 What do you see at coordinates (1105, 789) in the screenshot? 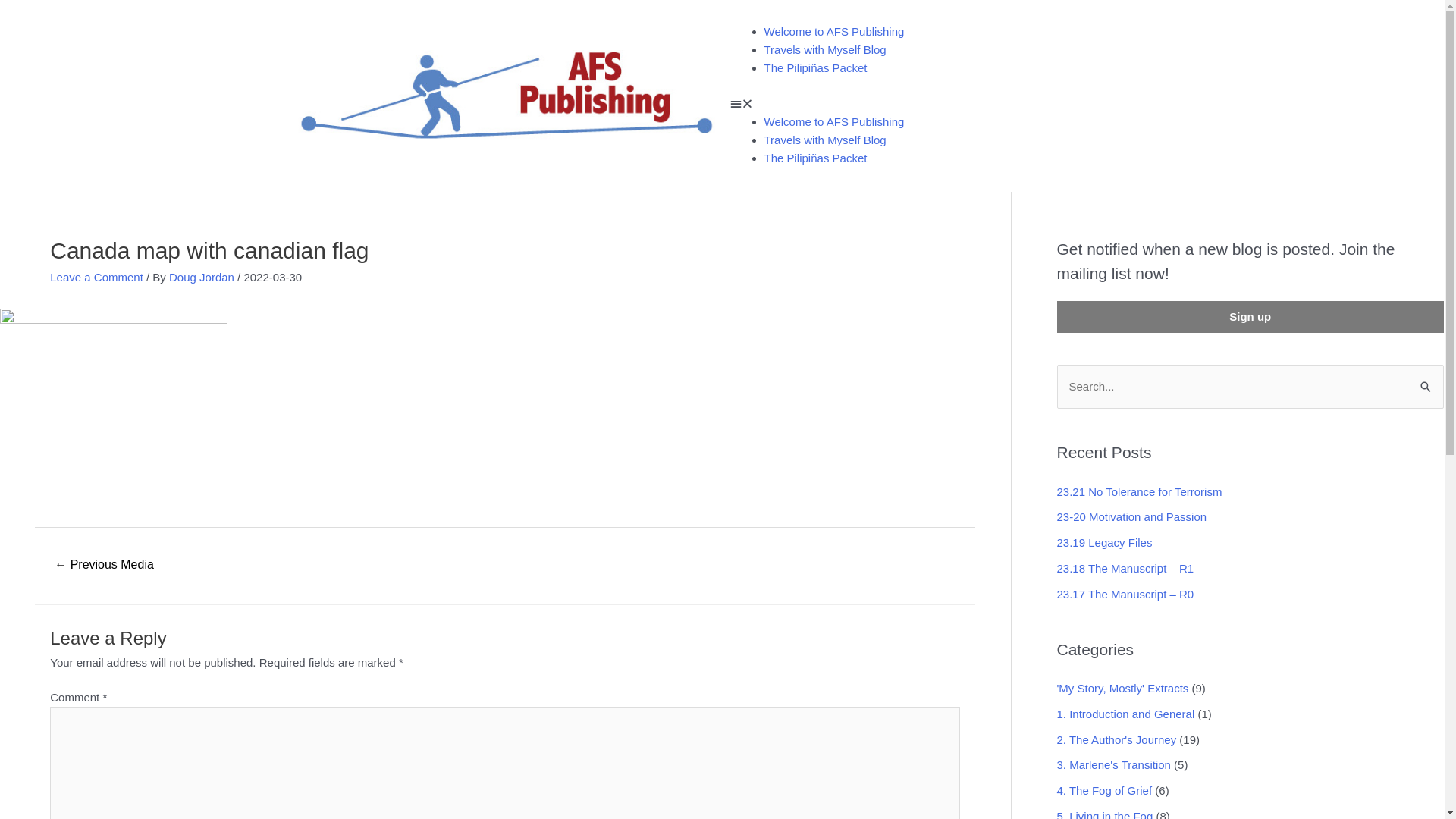
I see `'4. The Fog of Grief'` at bounding box center [1105, 789].